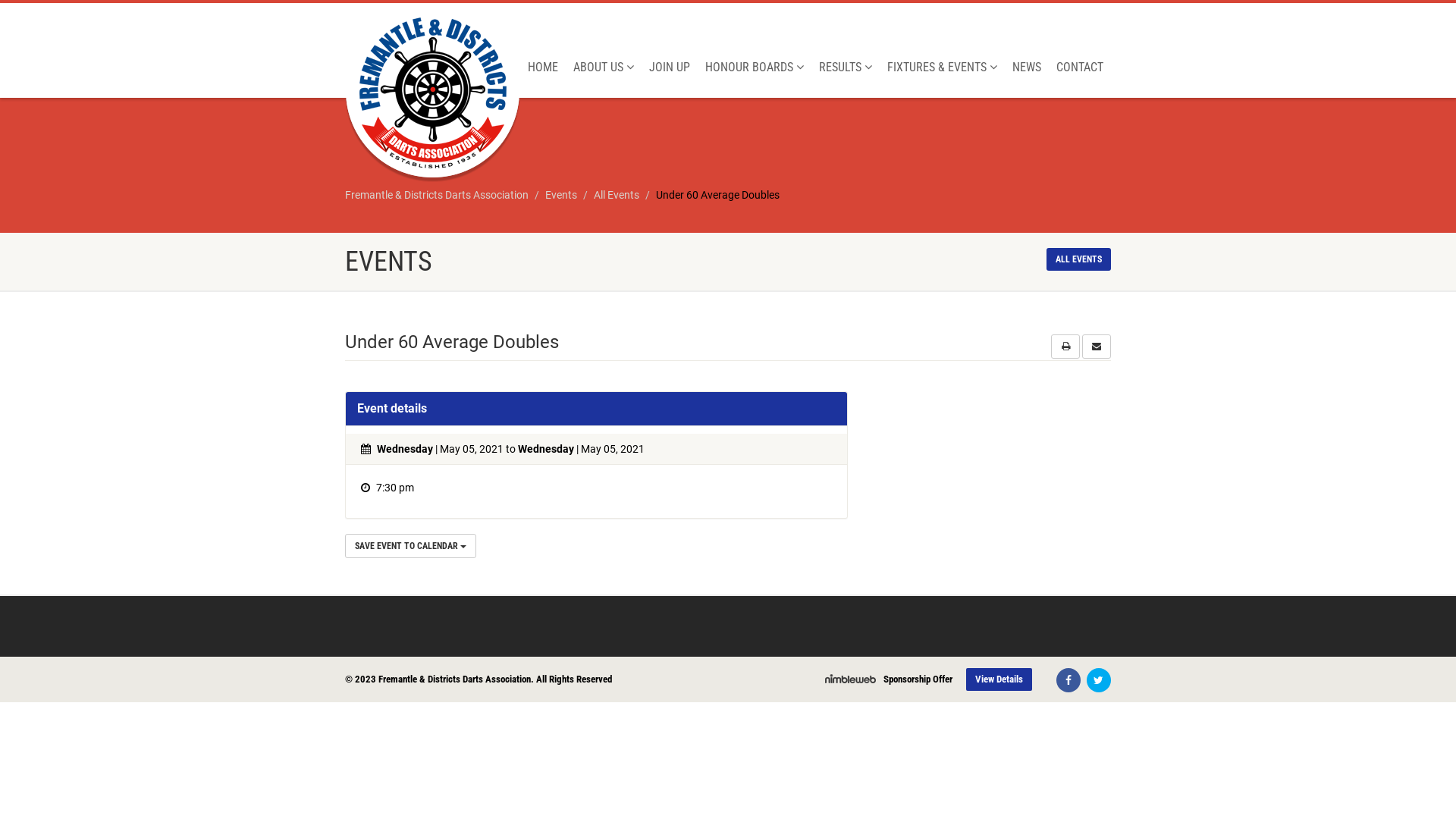 The image size is (1456, 819). Describe the element at coordinates (844, 66) in the screenshot. I see `'RESULTS'` at that location.